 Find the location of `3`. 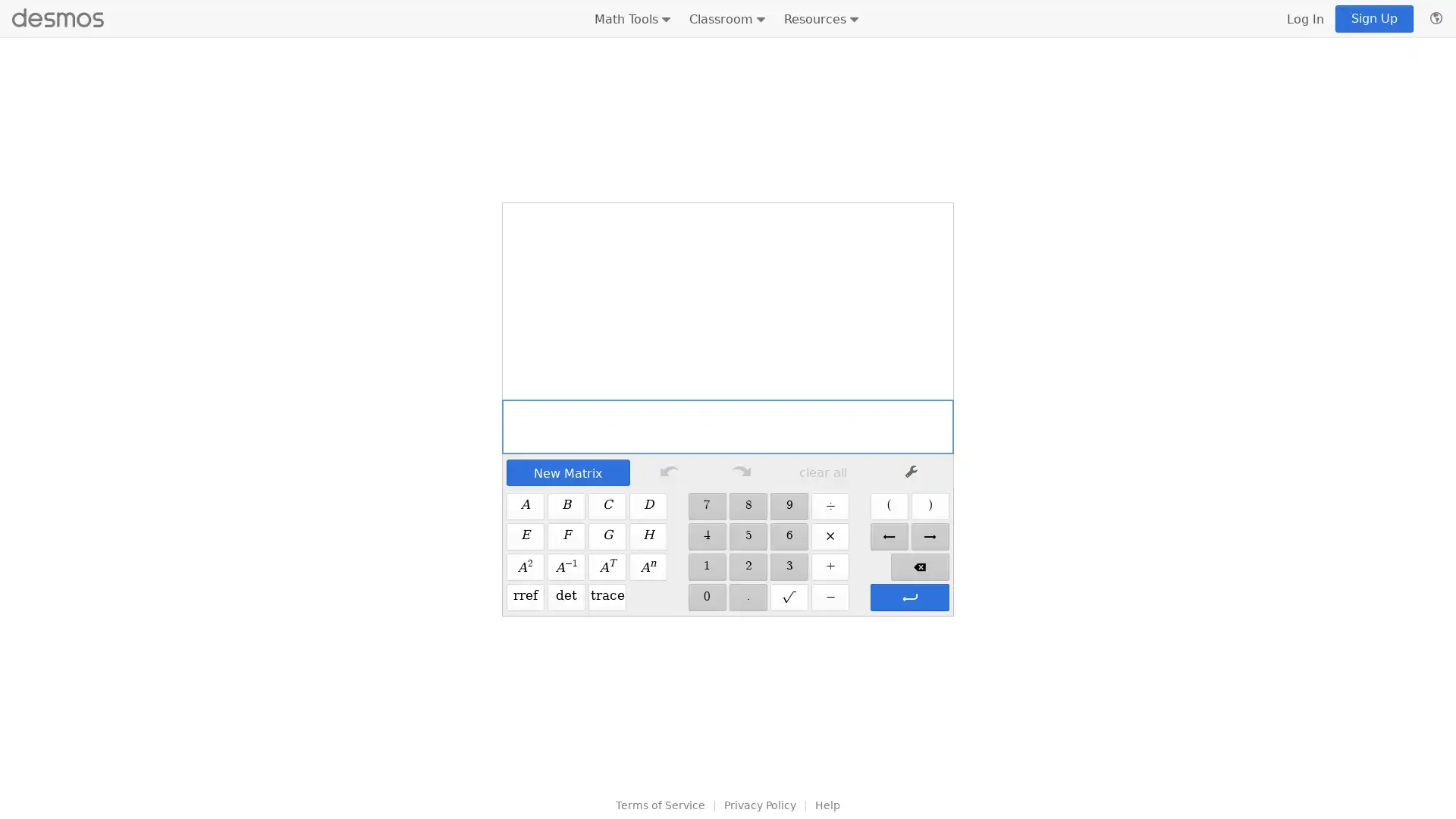

3 is located at coordinates (789, 567).